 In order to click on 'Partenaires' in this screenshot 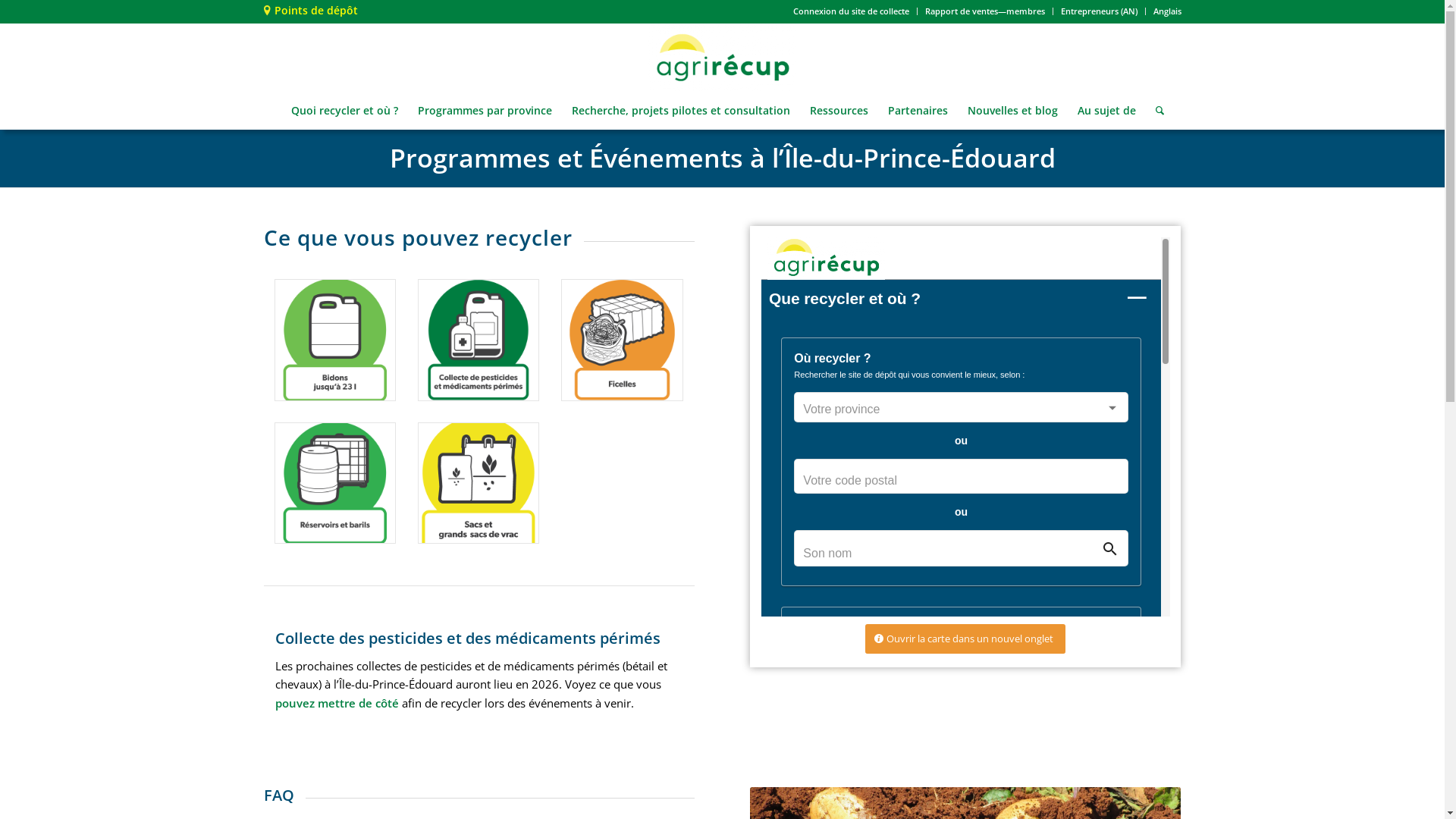, I will do `click(917, 110)`.